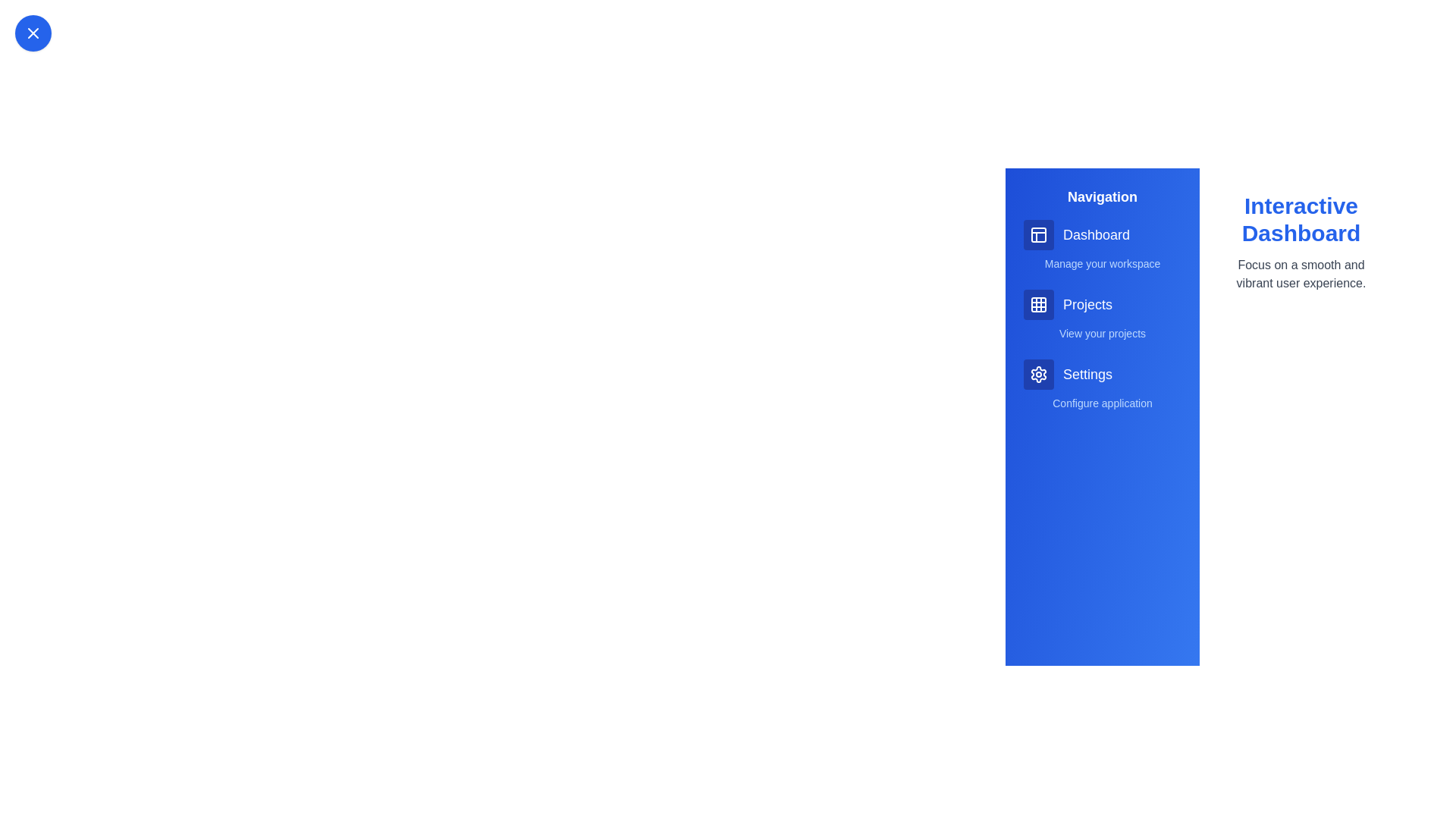 The height and width of the screenshot is (819, 1456). What do you see at coordinates (33, 33) in the screenshot?
I see `the button with the X icon to toggle the navigation drawer` at bounding box center [33, 33].